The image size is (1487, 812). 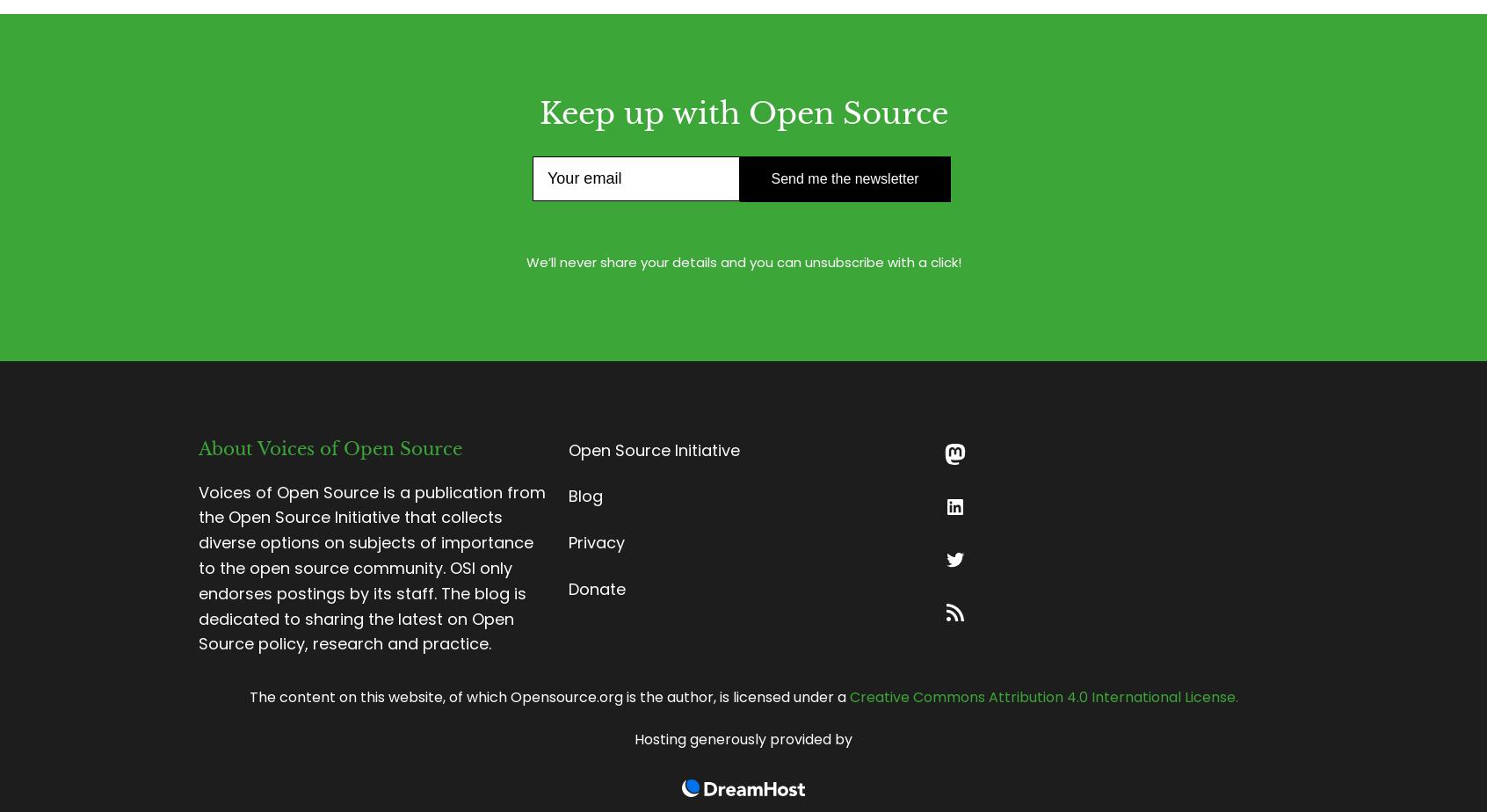 I want to click on 'The content on this website, of which Opensource.org is the author, is licensed under a', so click(x=548, y=697).